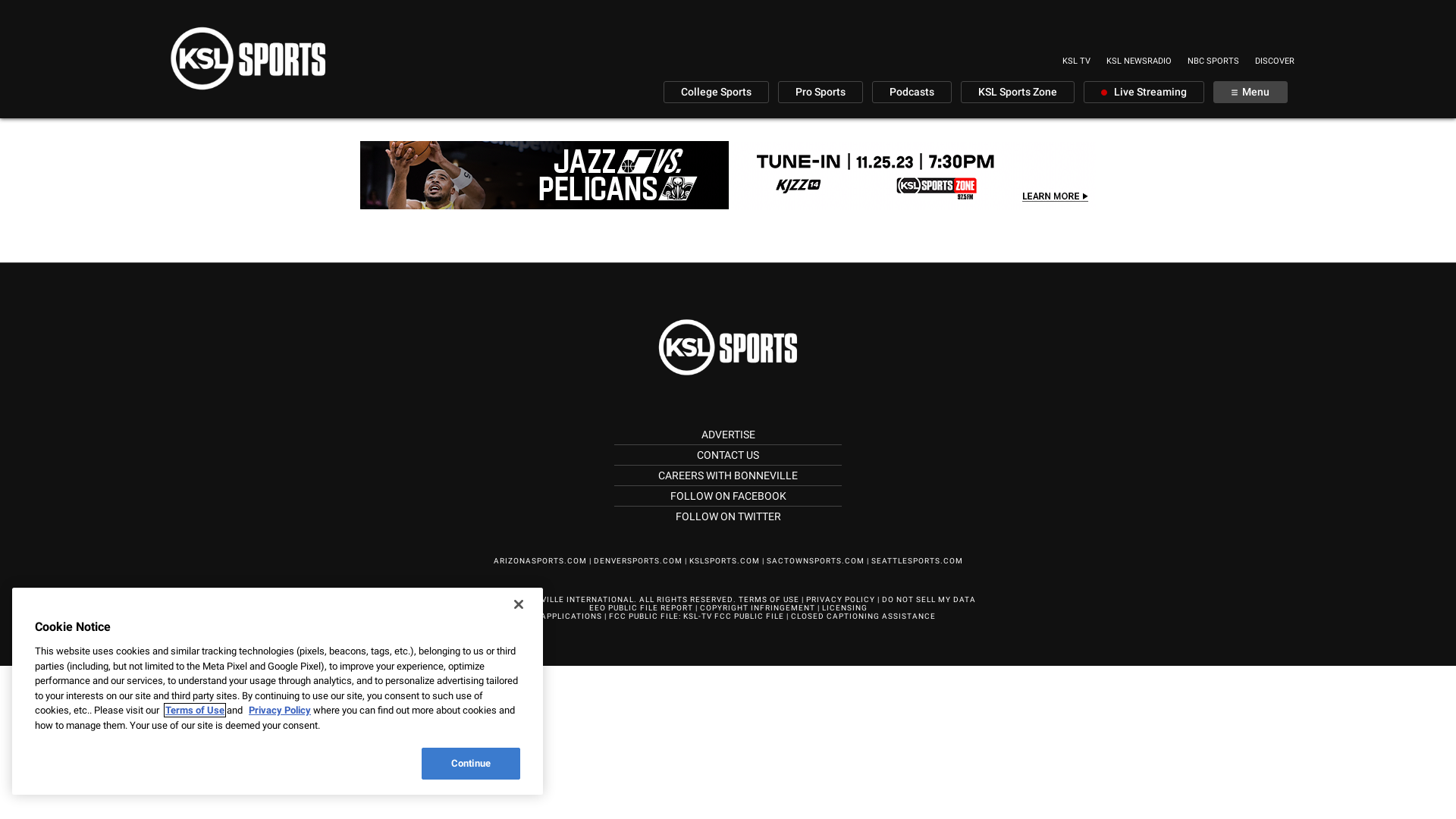 The height and width of the screenshot is (819, 1456). What do you see at coordinates (640, 607) in the screenshot?
I see `'EEO PUBLIC FILE REPORT'` at bounding box center [640, 607].